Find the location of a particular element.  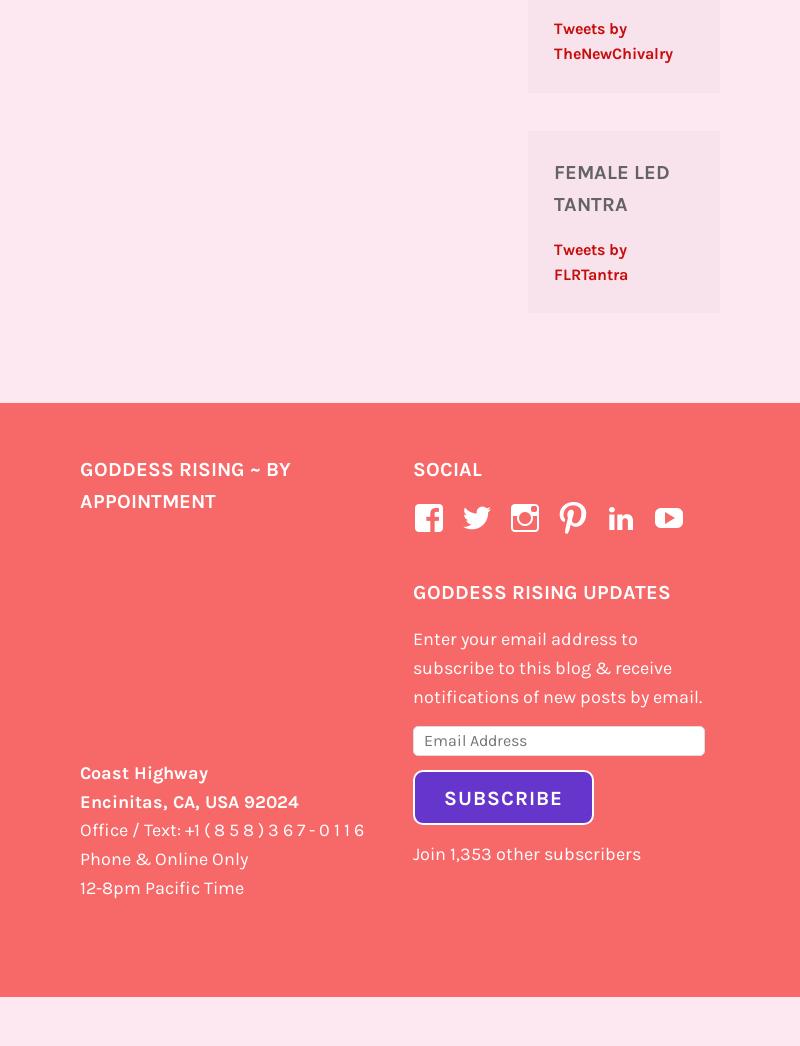

'Coast Highway' is located at coordinates (144, 770).